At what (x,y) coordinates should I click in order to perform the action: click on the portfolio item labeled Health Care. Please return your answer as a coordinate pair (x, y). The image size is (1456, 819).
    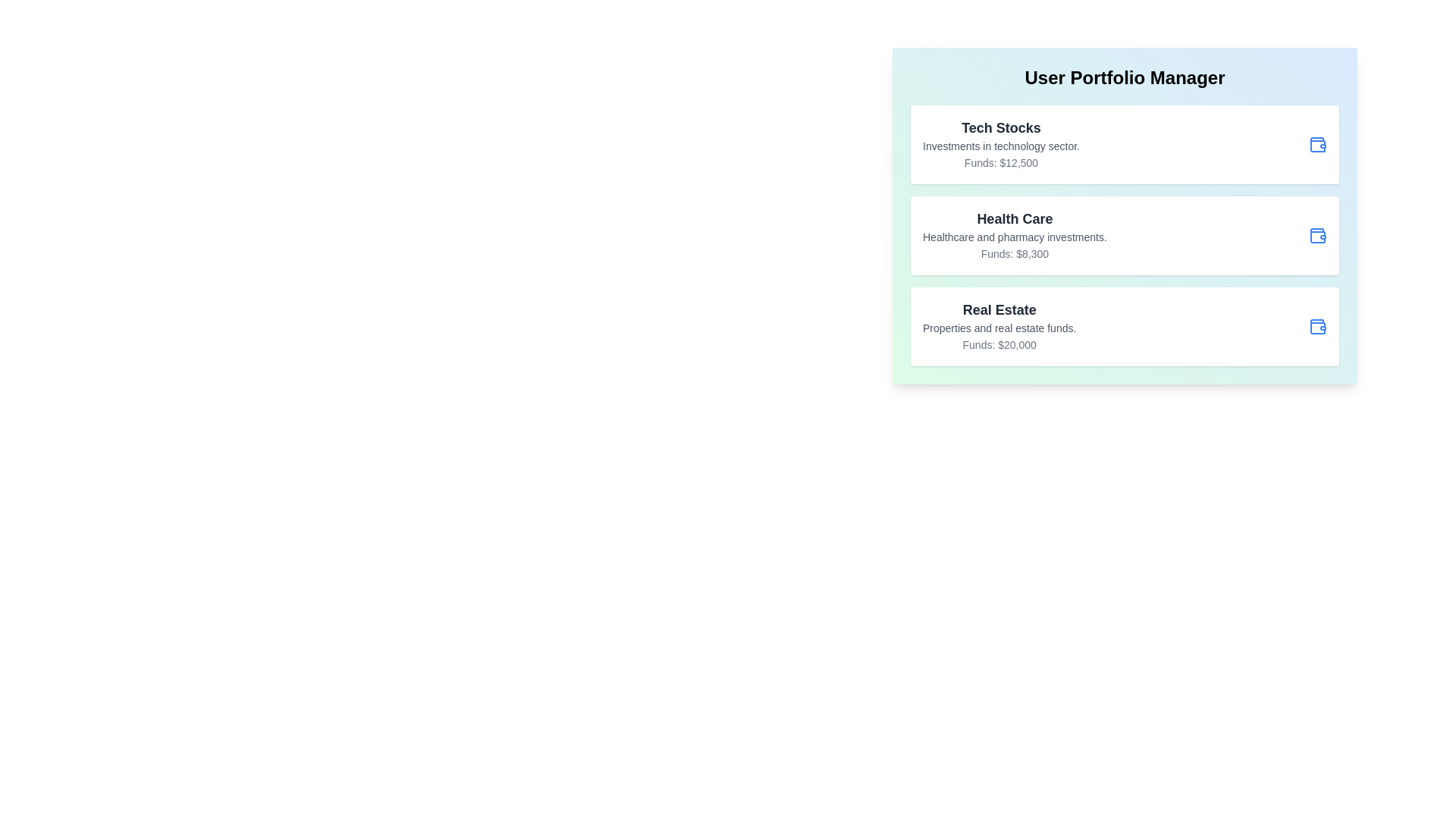
    Looking at the image, I should click on (1125, 236).